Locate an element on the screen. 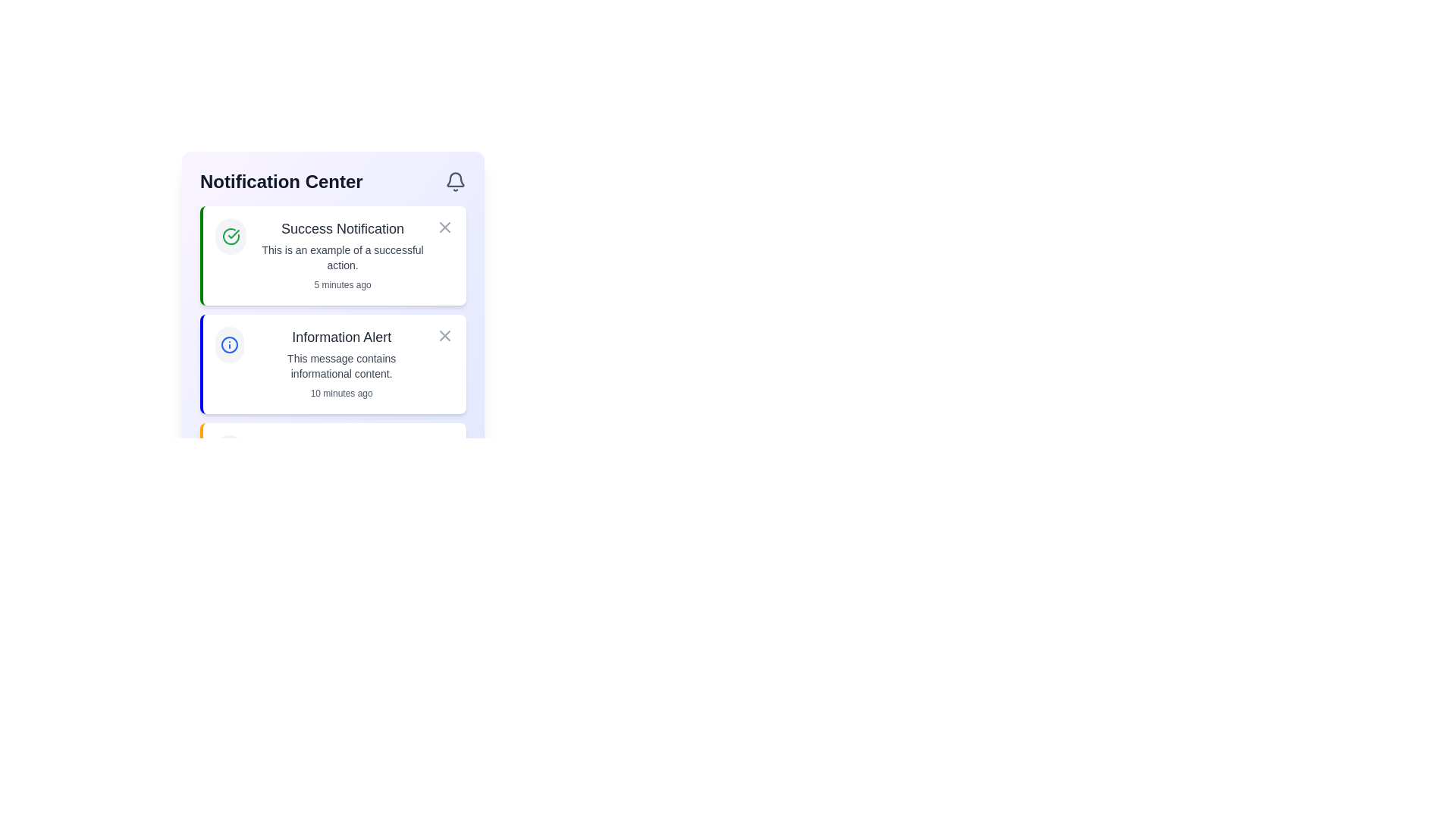  the circular icon with a light gray background containing a green checkmark, located on the left side of the 'Success Notification' title within a notification card is located at coordinates (230, 237).